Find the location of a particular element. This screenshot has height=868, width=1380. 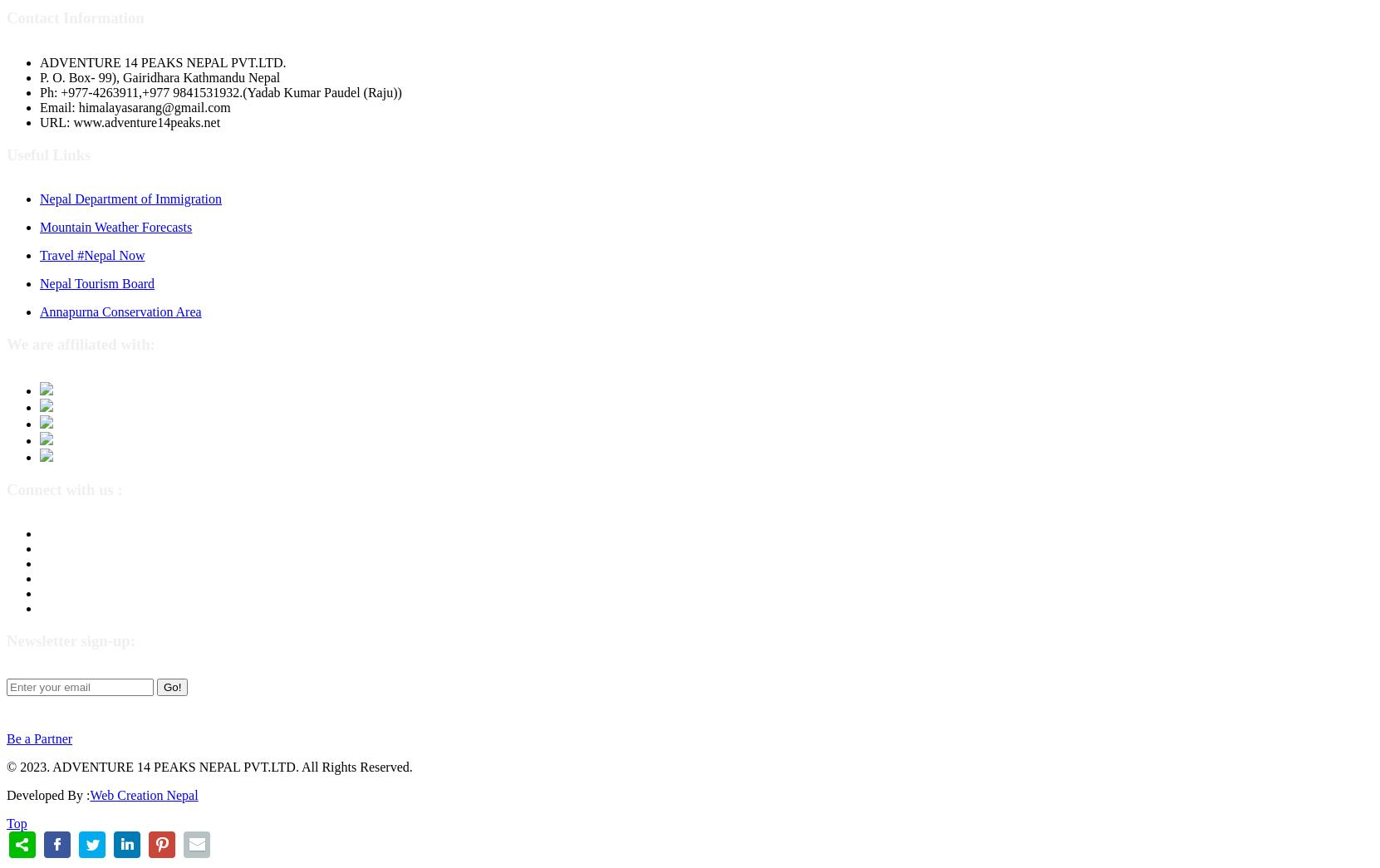

'Mountain Weather Forecasts' is located at coordinates (115, 226).